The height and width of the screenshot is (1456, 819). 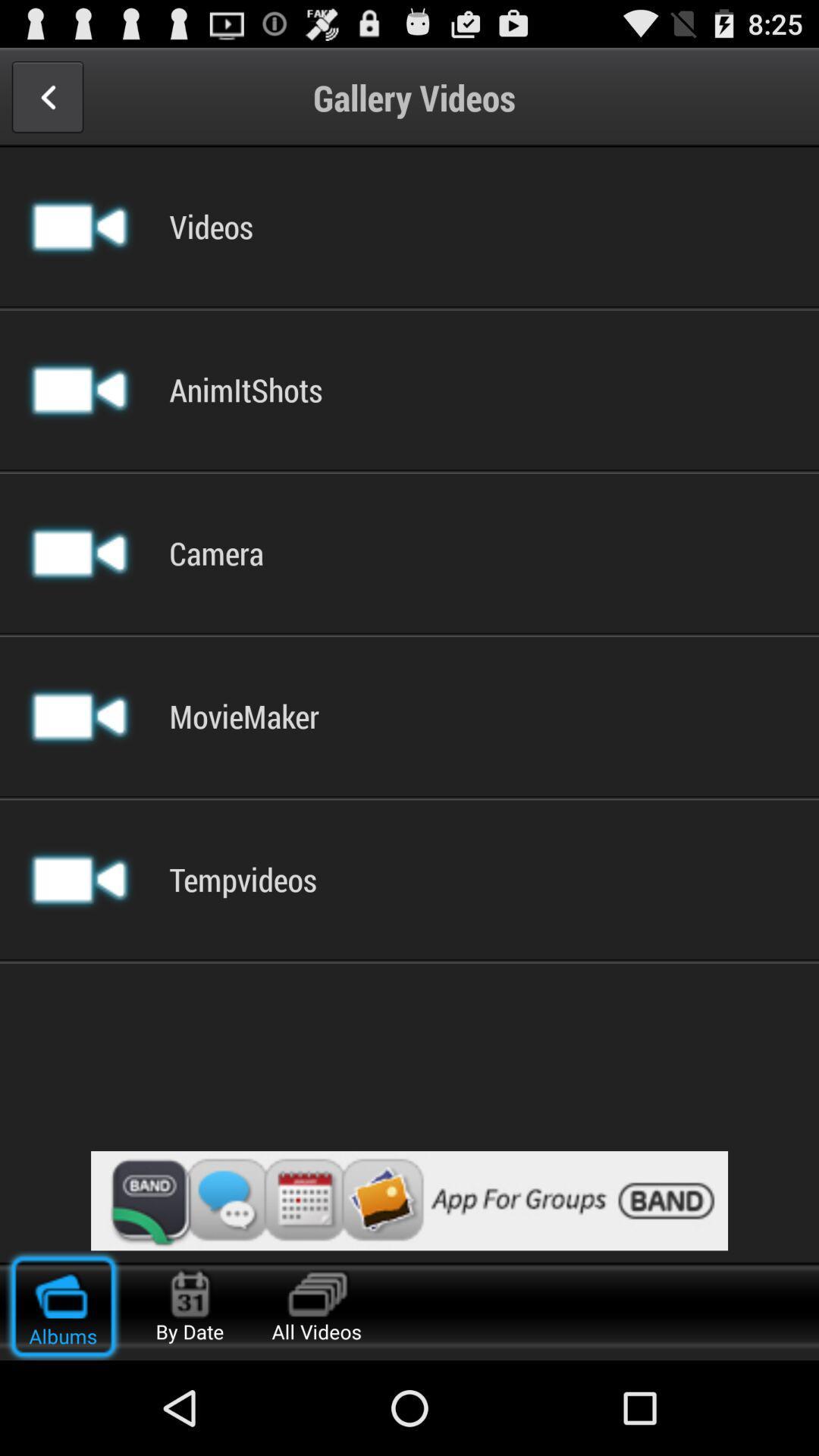 I want to click on the arrow_backward icon, so click(x=46, y=103).